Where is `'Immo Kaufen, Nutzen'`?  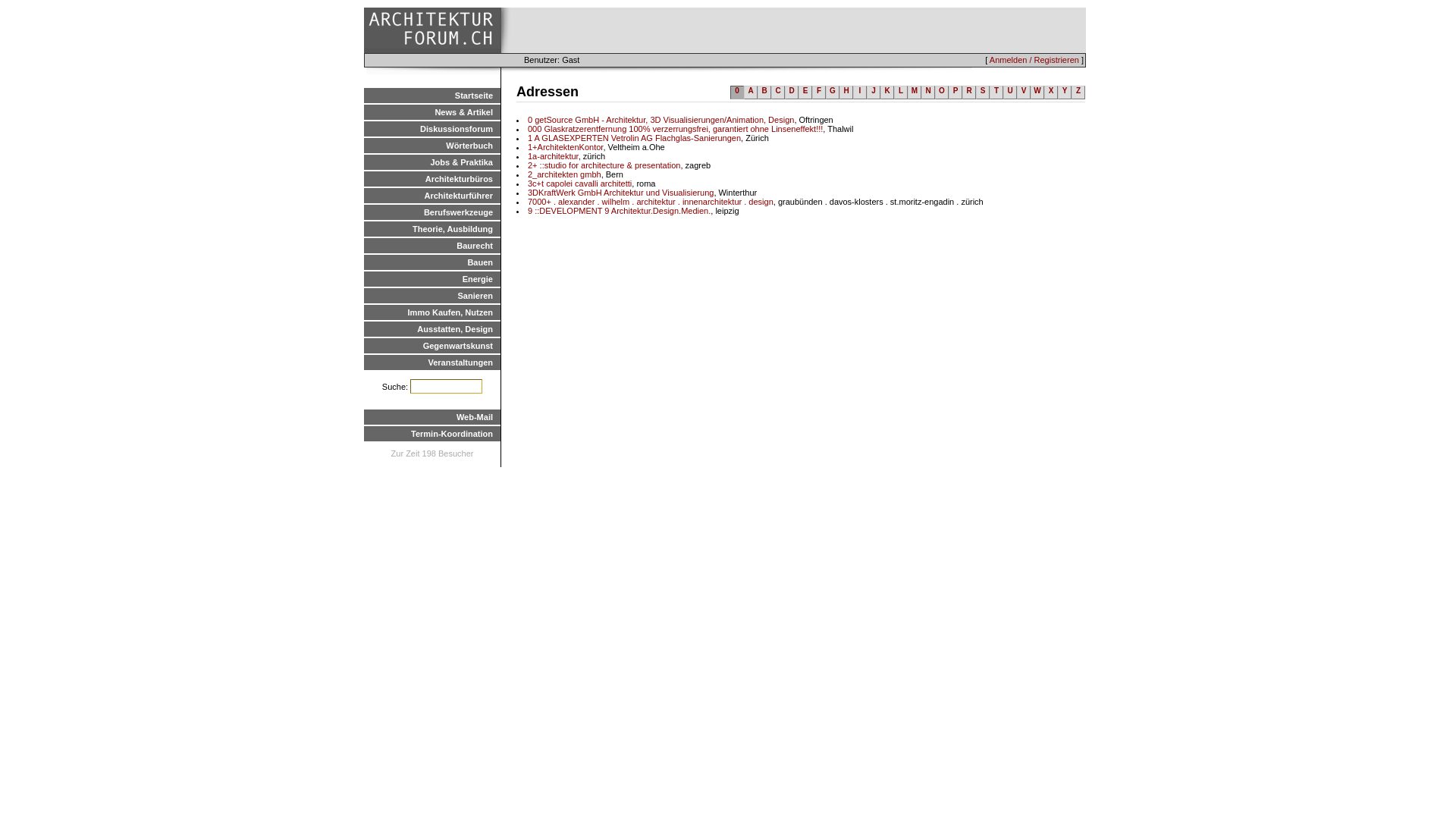 'Immo Kaufen, Nutzen' is located at coordinates (431, 312).